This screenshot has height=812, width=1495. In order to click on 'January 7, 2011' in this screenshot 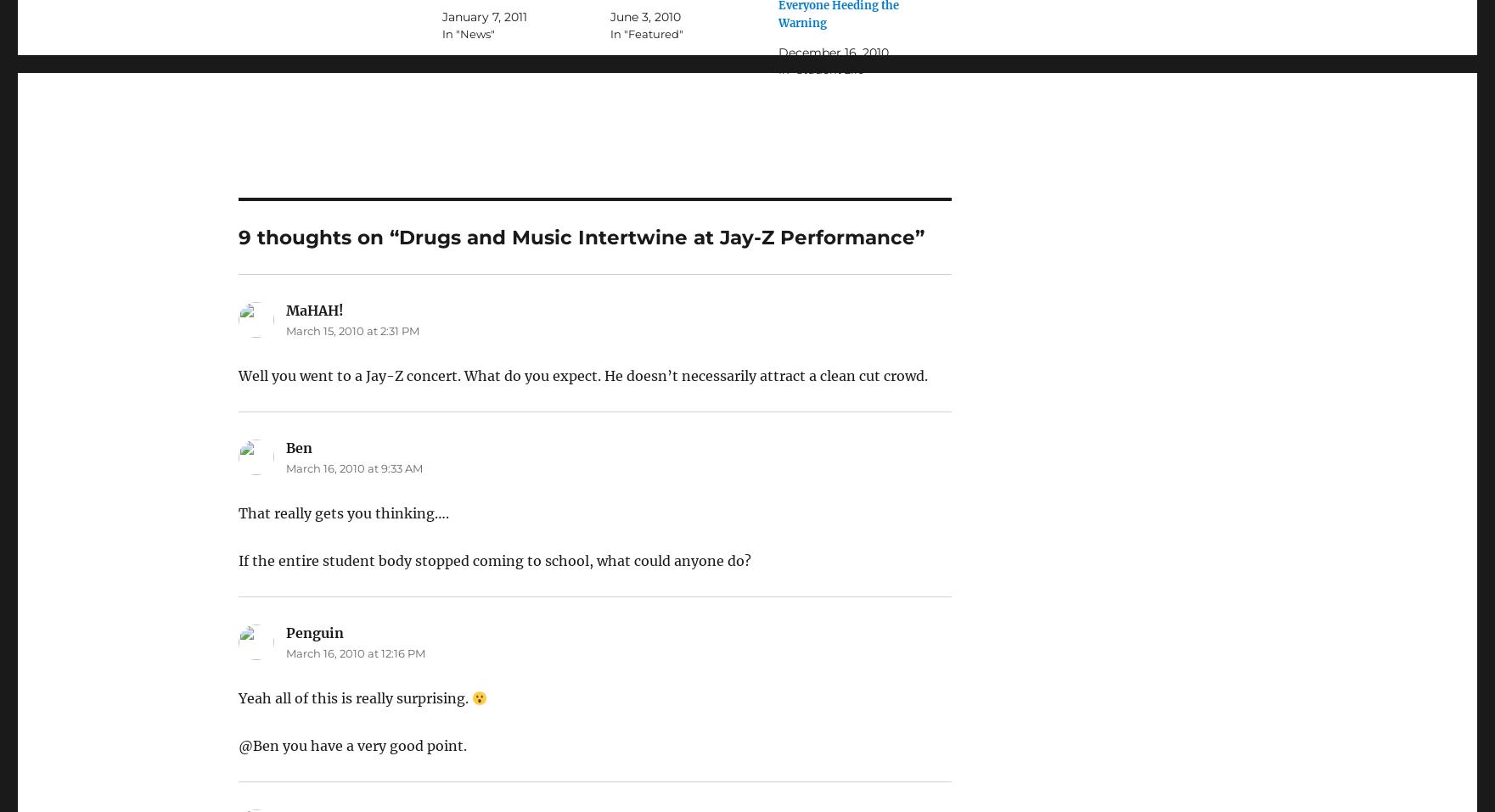, I will do `click(483, 16)`.